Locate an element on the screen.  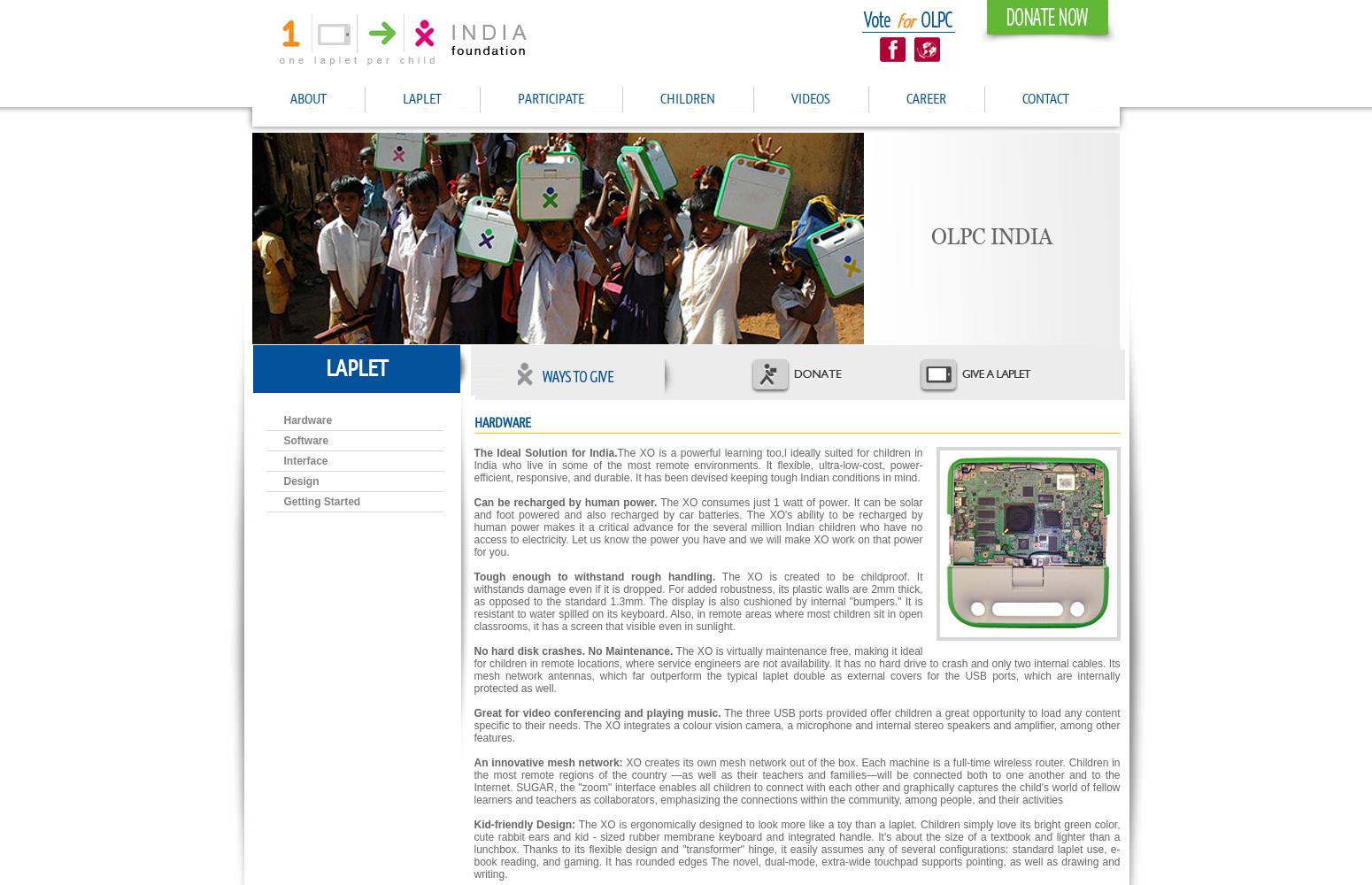
'The XO is ergonomically designed to look more like a toy than a laplet. Children simply love its bright green color, cute rabbit ears and kid - sized rubber membrane keyboard and integrated handle. It's about the size of a textbook and lighter than a lunchbox. Thanks to its flexible design and "transformer" hinge, it easily assumes any of several configurations: standard laplet use, e-book reading, and gaming. It has rounded edges The novel, dual-mode, extra-wide touchpad supports pointing, as well as drawing and writing.' is located at coordinates (796, 849).